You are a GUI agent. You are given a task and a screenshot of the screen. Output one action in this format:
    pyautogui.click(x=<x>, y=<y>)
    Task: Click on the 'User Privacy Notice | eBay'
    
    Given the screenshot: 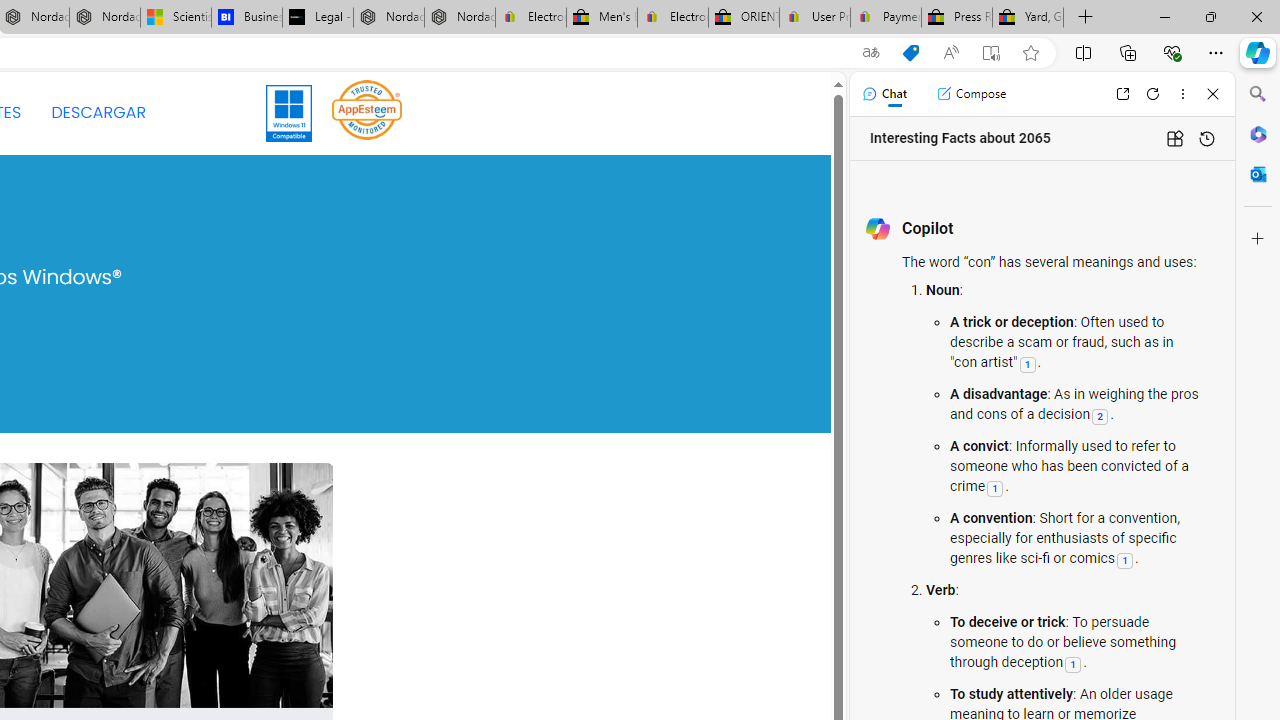 What is the action you would take?
    pyautogui.click(x=814, y=17)
    